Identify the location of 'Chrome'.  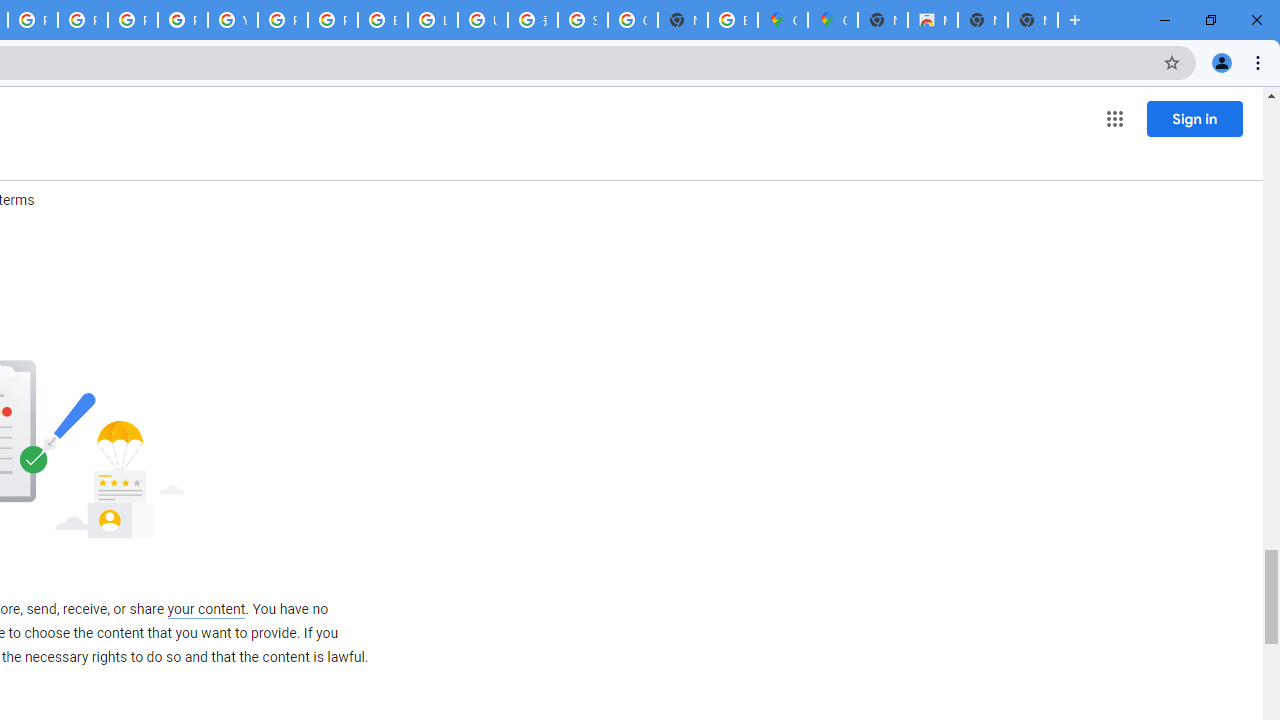
(1259, 61).